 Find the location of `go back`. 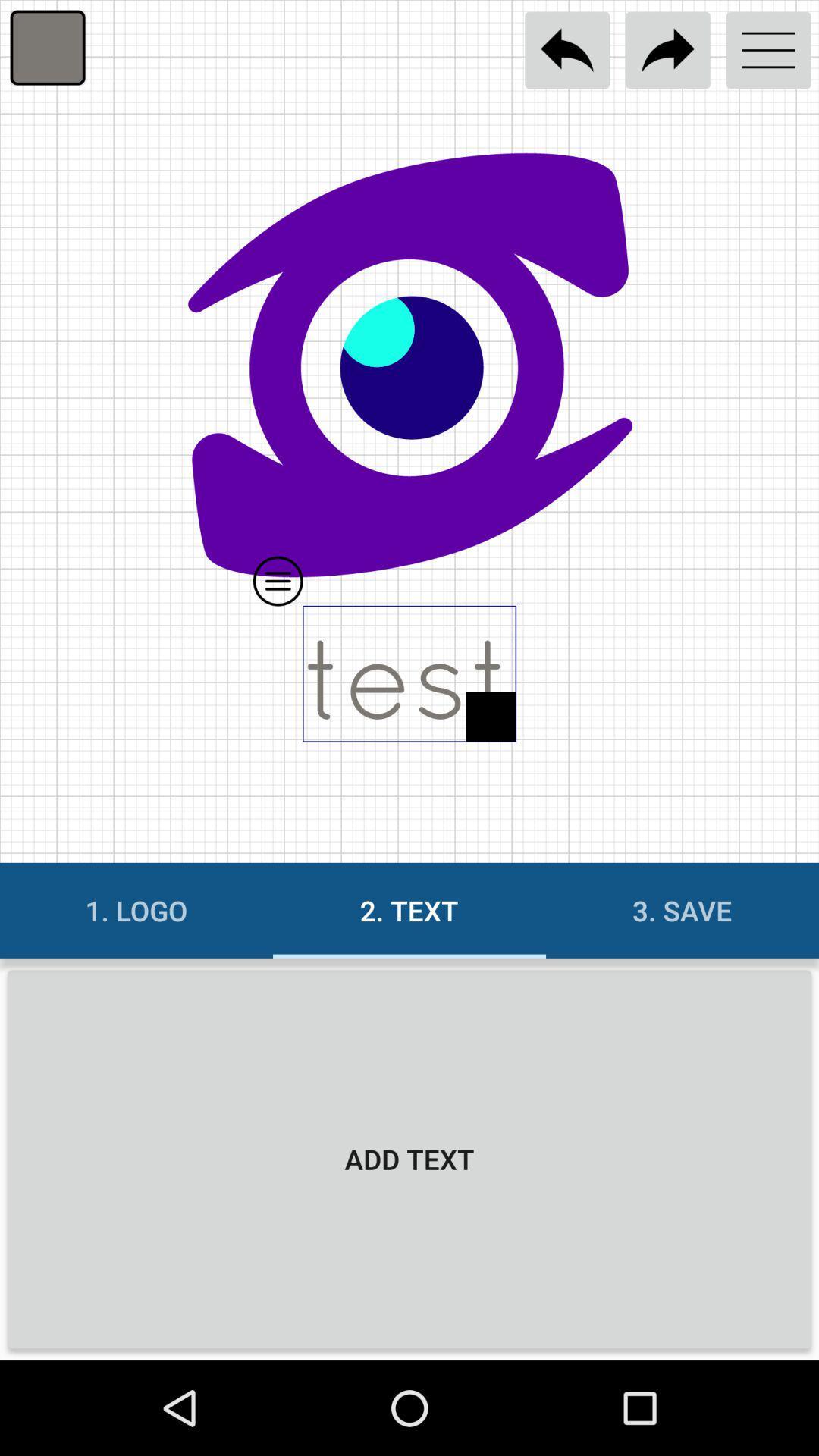

go back is located at coordinates (567, 50).